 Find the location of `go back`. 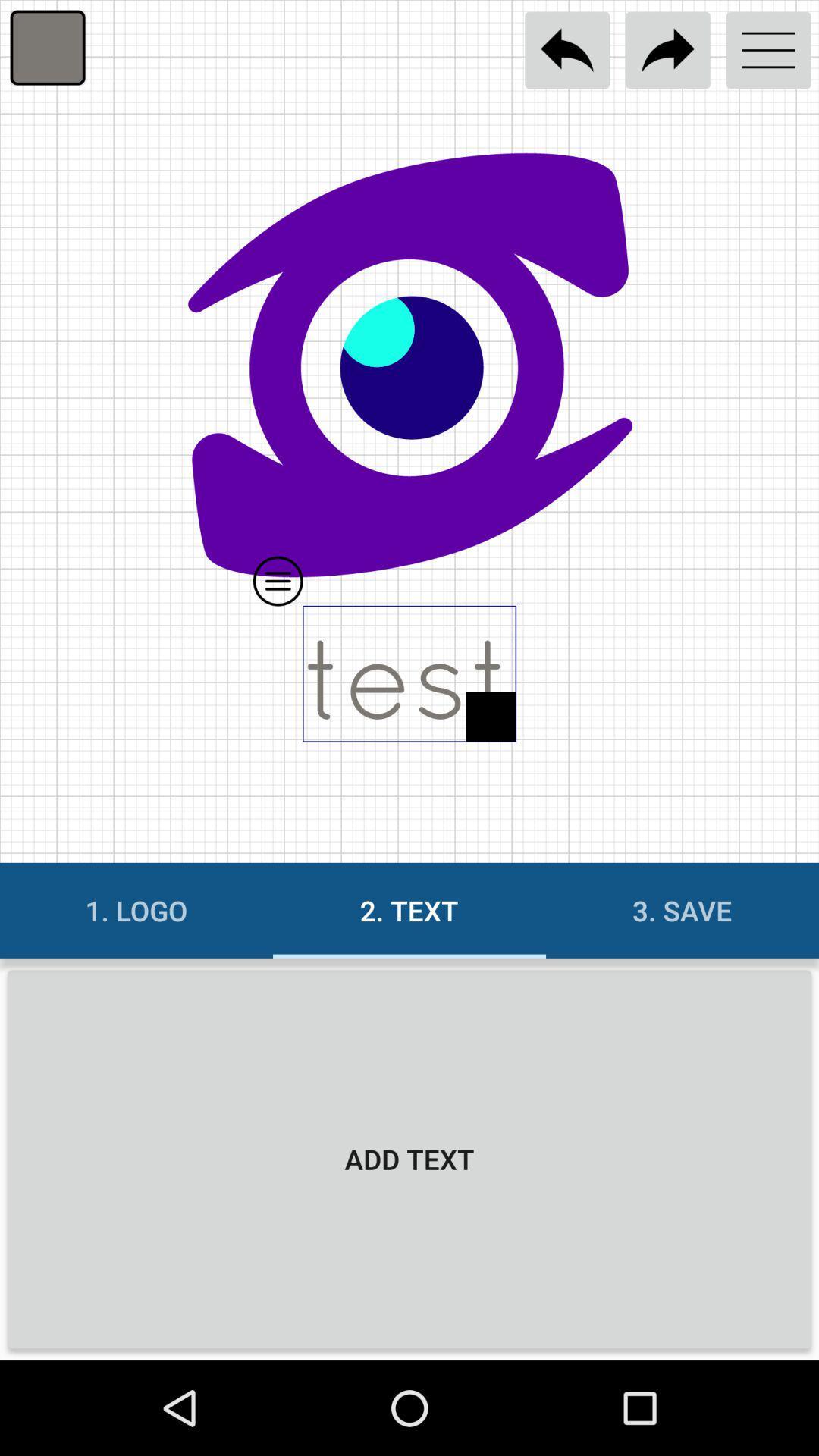

go back is located at coordinates (567, 50).